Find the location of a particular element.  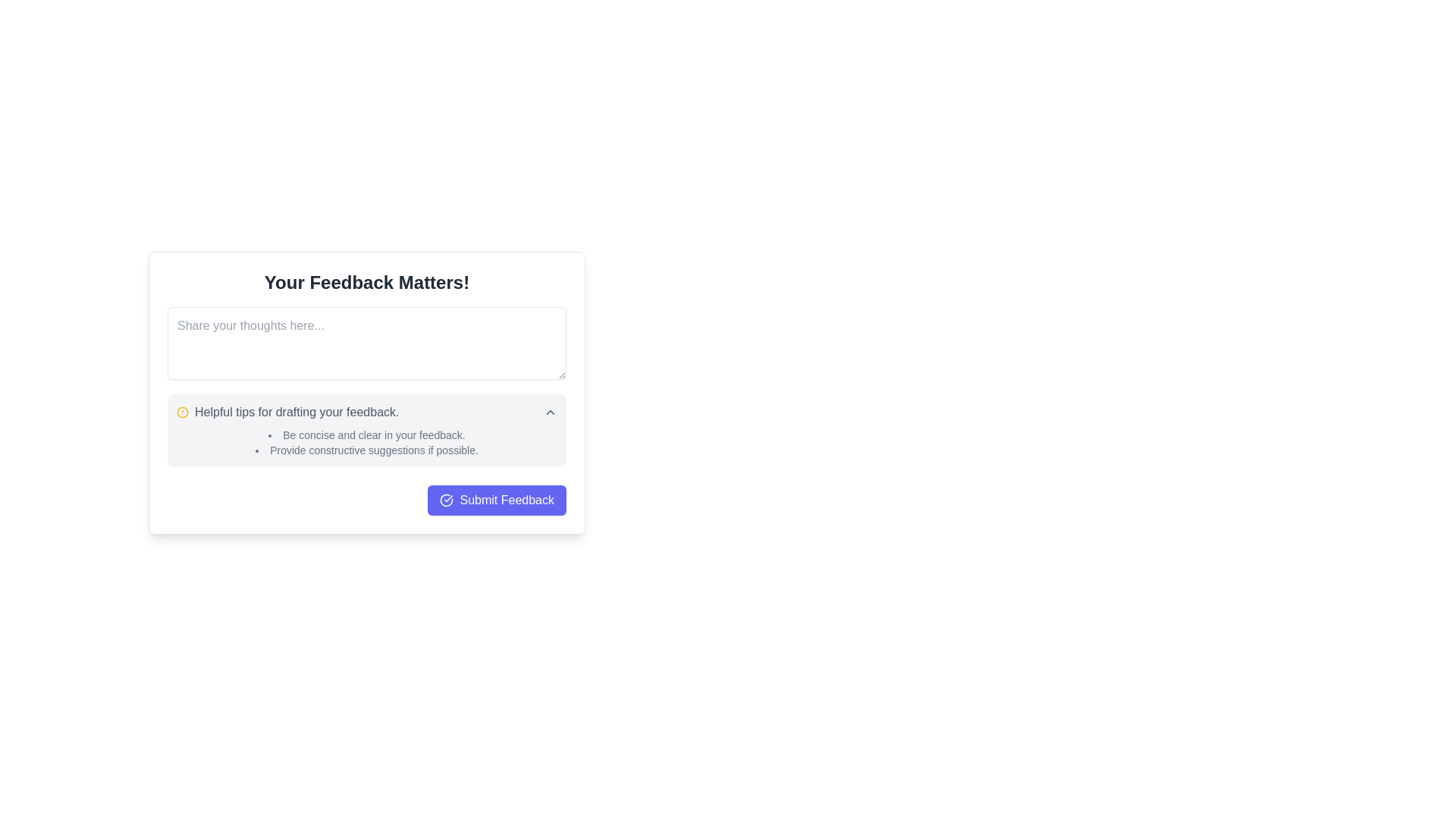

the circular icon with a checkmark inside, which is located to the left of the 'Submit Feedback' text label in the button is located at coordinates (446, 500).